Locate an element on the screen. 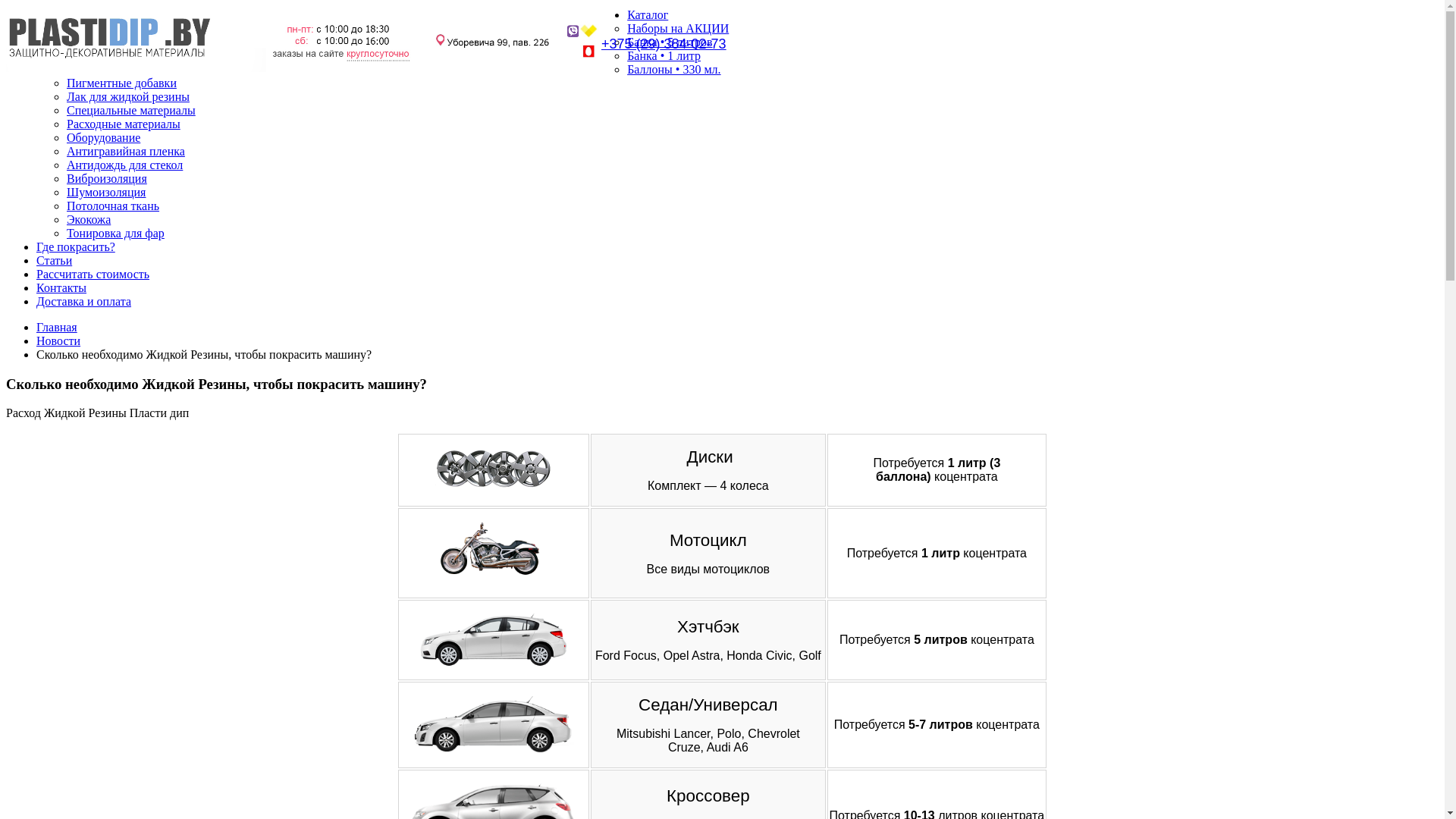 This screenshot has width=1456, height=819. '+375 (29) 384-02-73' is located at coordinates (664, 42).